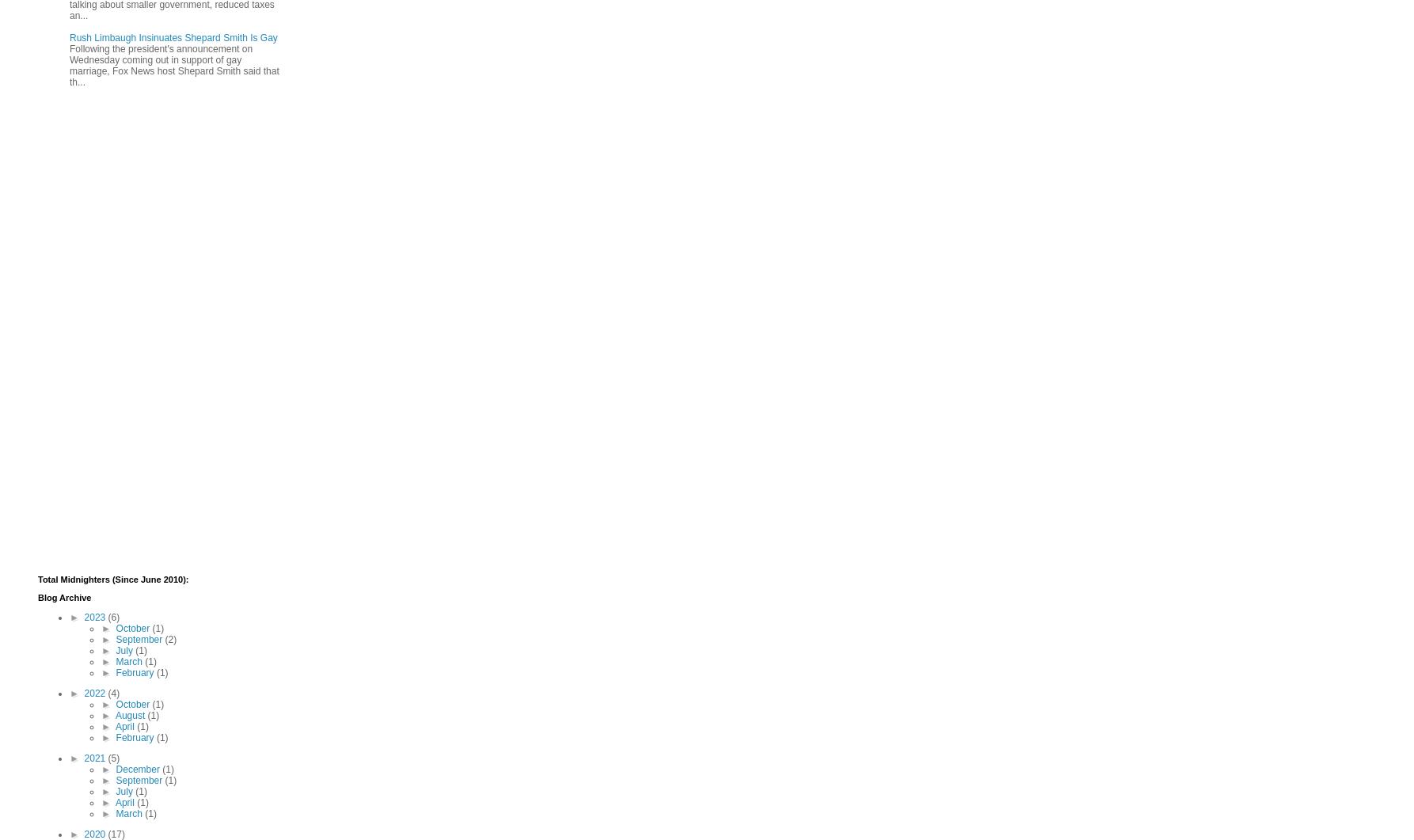 The height and width of the screenshot is (840, 1414). What do you see at coordinates (169, 638) in the screenshot?
I see `'(2)'` at bounding box center [169, 638].